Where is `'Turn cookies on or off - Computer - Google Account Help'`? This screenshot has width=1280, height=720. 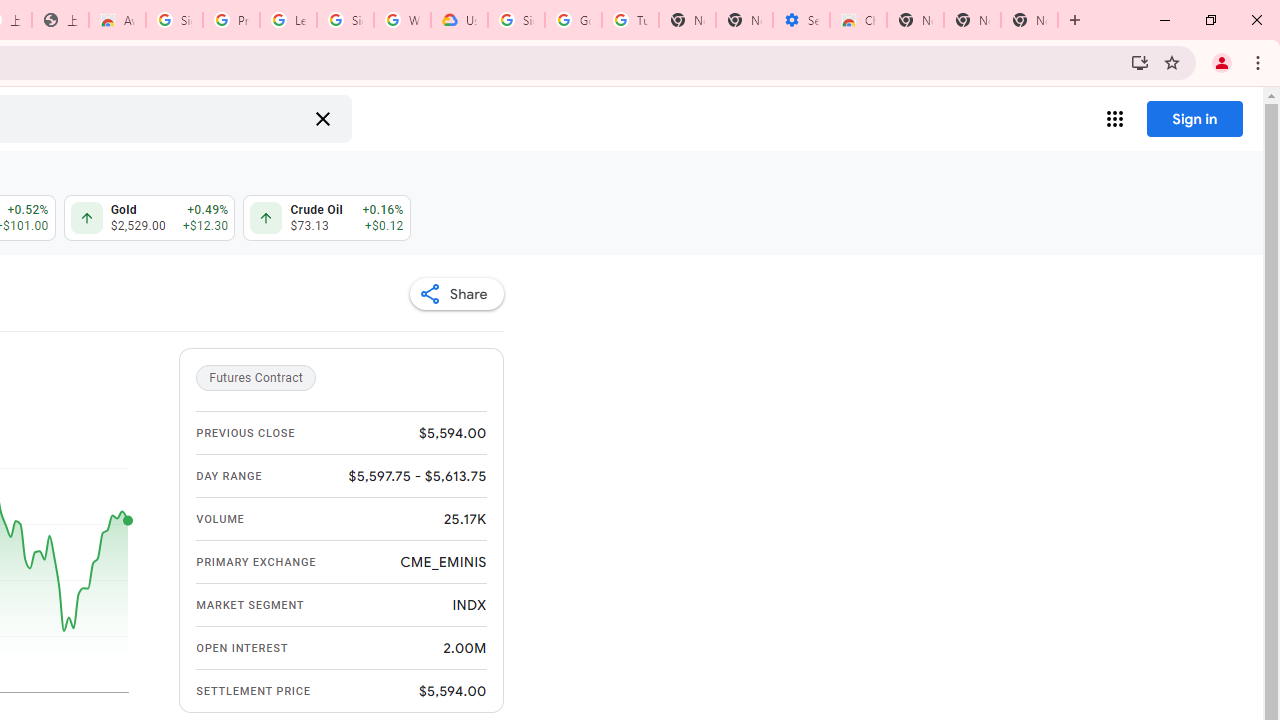 'Turn cookies on or off - Computer - Google Account Help' is located at coordinates (629, 20).